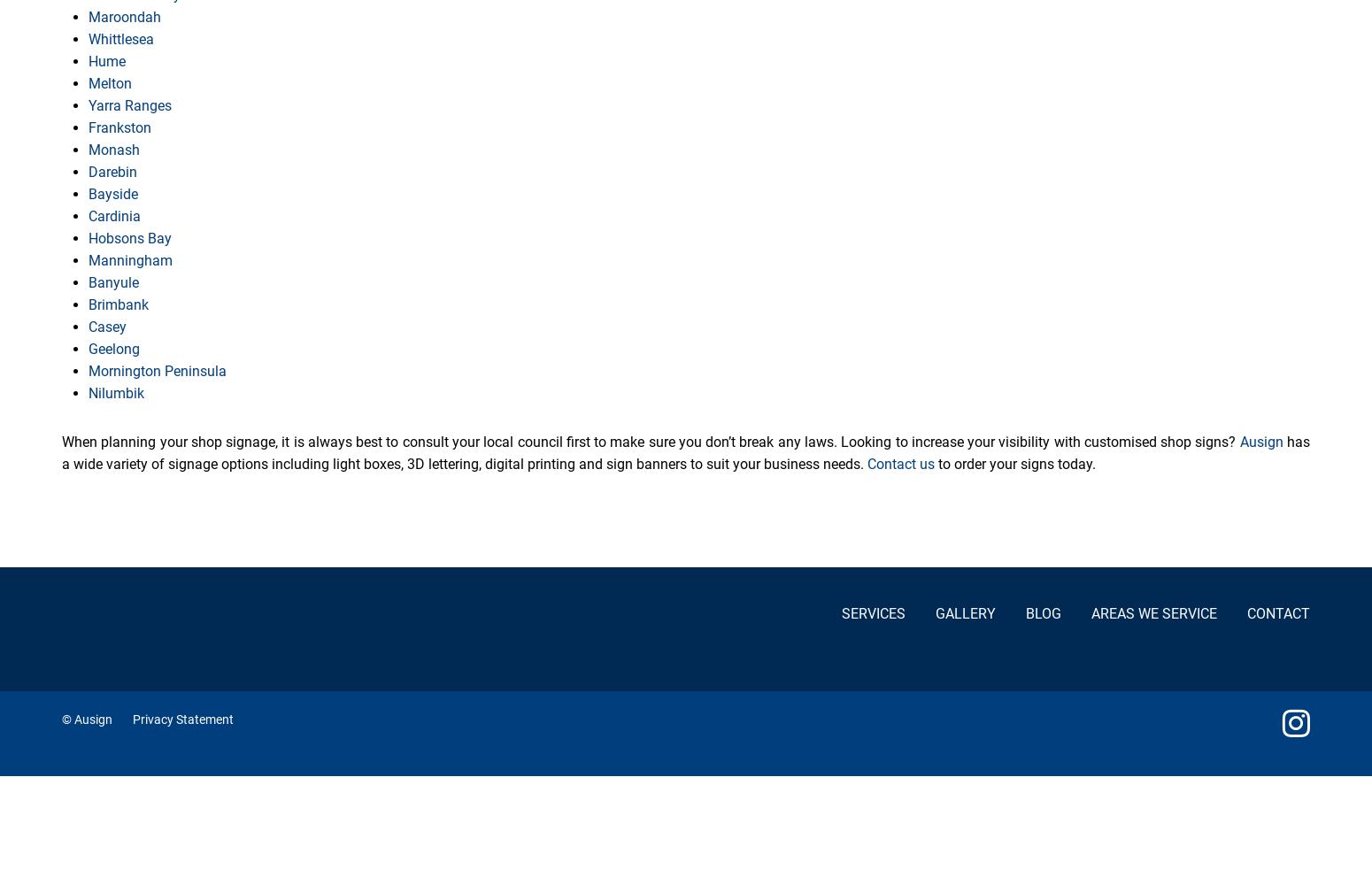 The image size is (1372, 885). What do you see at coordinates (88, 392) in the screenshot?
I see `'Nilumbik'` at bounding box center [88, 392].